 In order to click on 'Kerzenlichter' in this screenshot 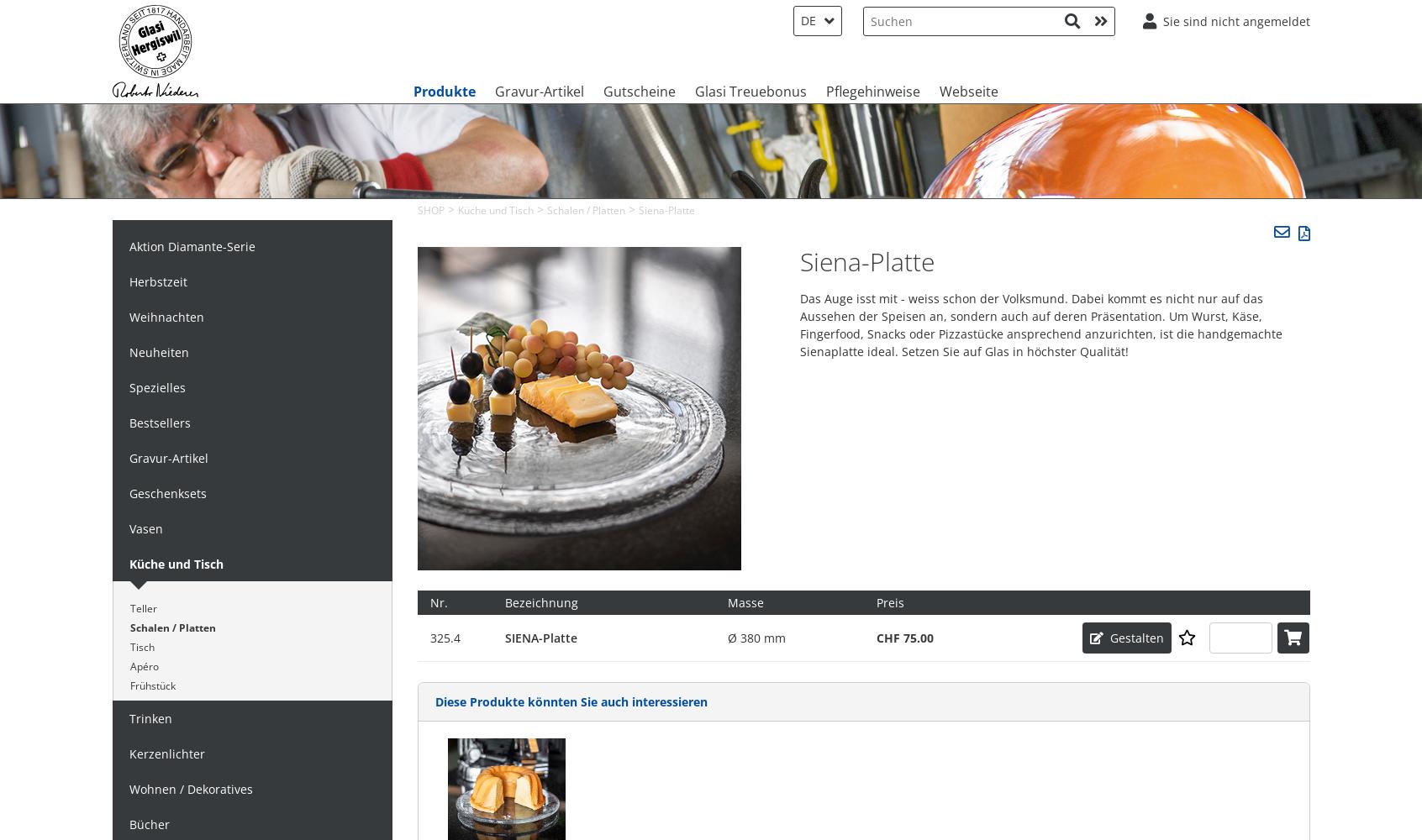, I will do `click(165, 753)`.